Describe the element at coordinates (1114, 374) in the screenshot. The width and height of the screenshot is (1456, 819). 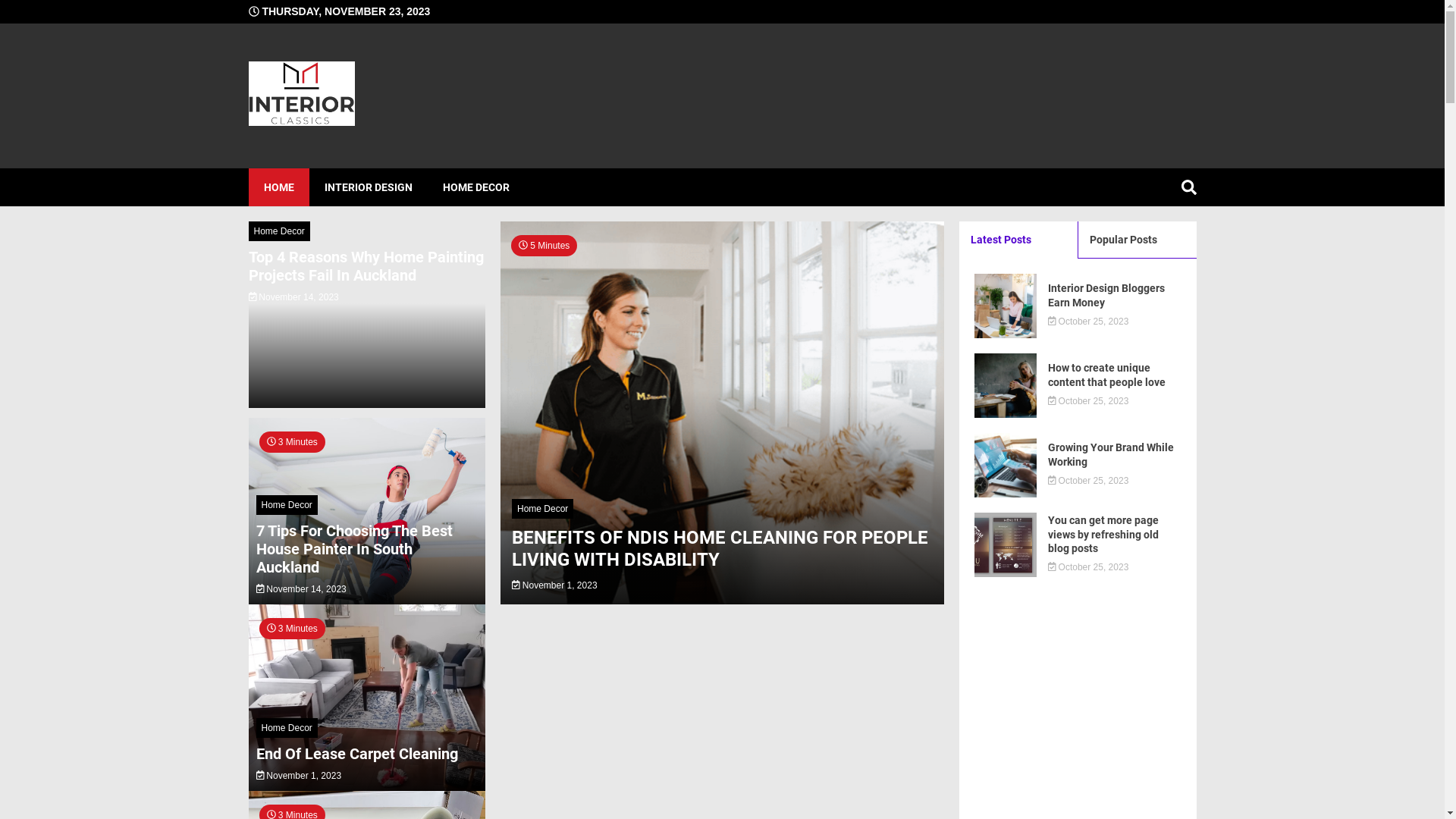
I see `'How to create unique content that people love'` at that location.